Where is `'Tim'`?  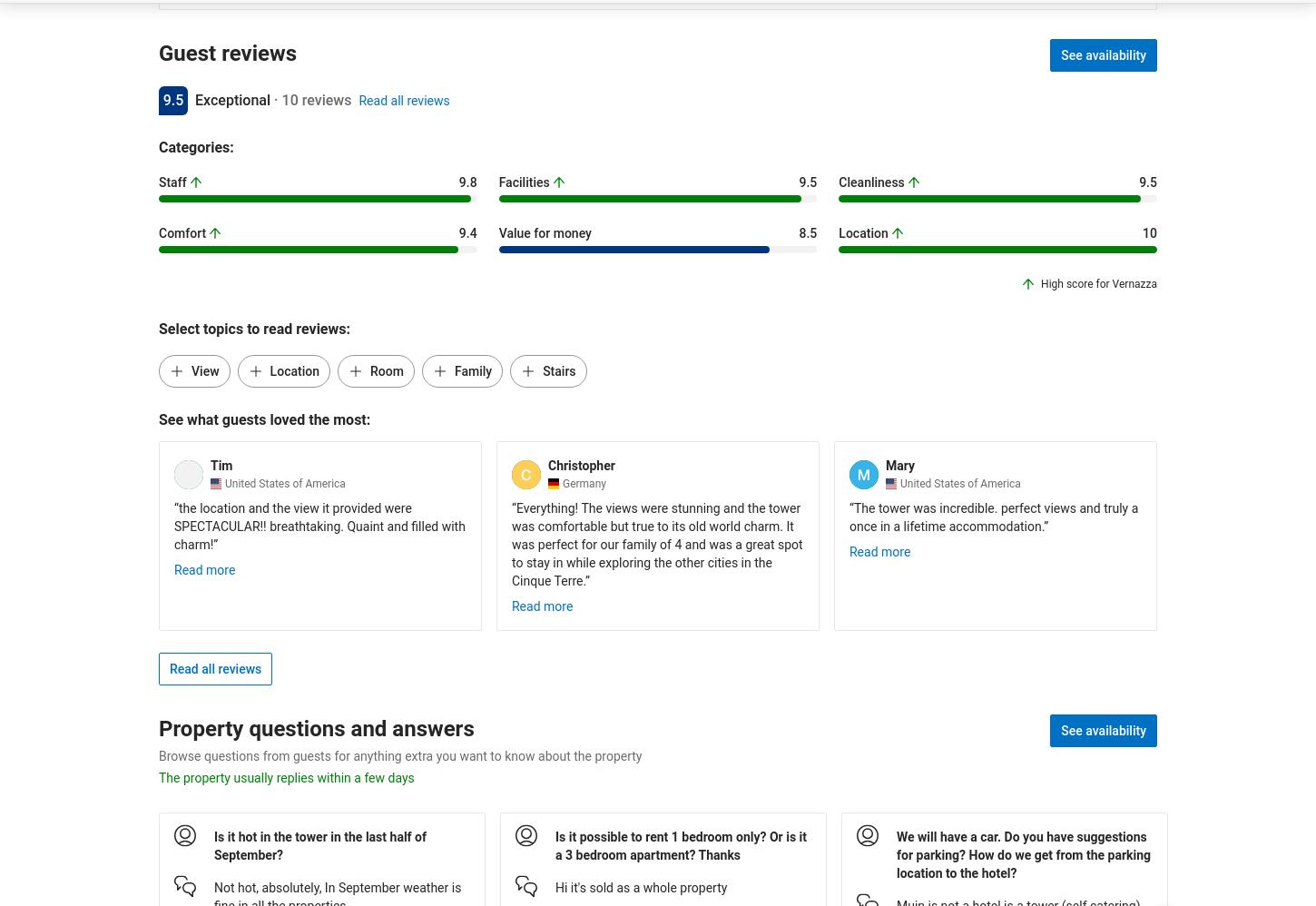 'Tim' is located at coordinates (221, 465).